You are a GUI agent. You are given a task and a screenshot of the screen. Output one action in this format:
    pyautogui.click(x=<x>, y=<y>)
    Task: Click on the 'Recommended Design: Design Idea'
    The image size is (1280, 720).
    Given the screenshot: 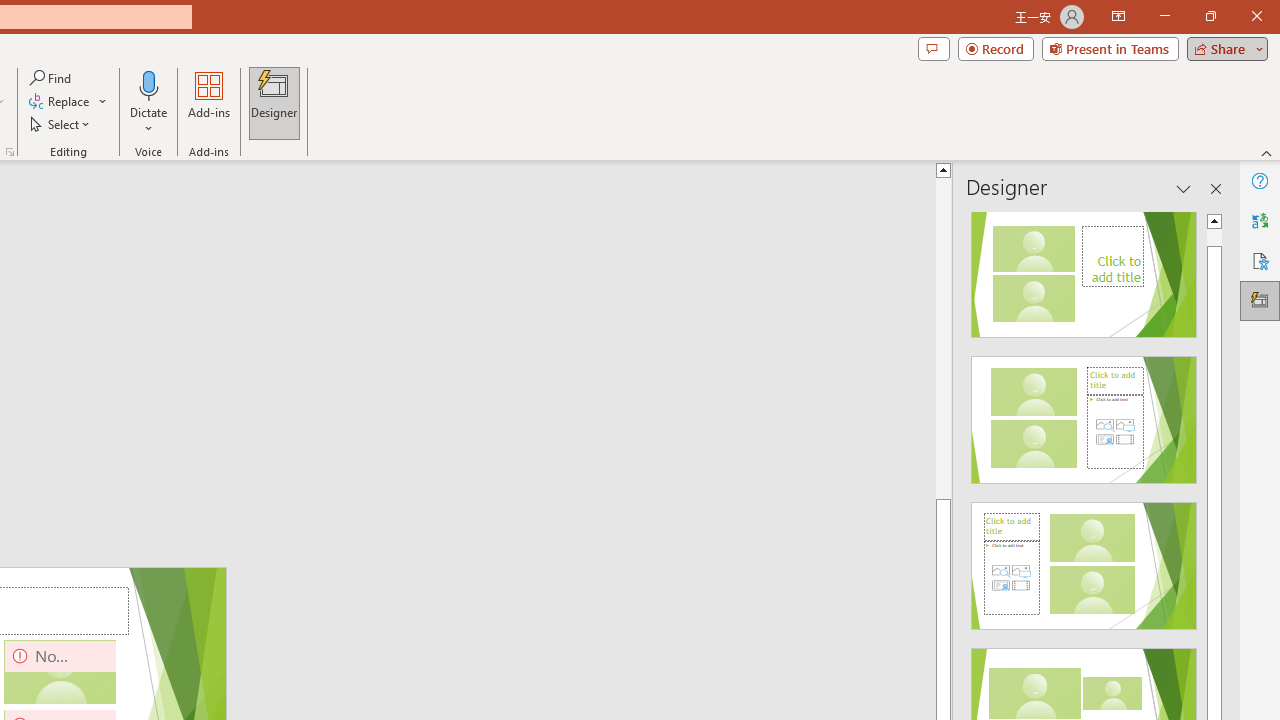 What is the action you would take?
    pyautogui.click(x=1083, y=267)
    